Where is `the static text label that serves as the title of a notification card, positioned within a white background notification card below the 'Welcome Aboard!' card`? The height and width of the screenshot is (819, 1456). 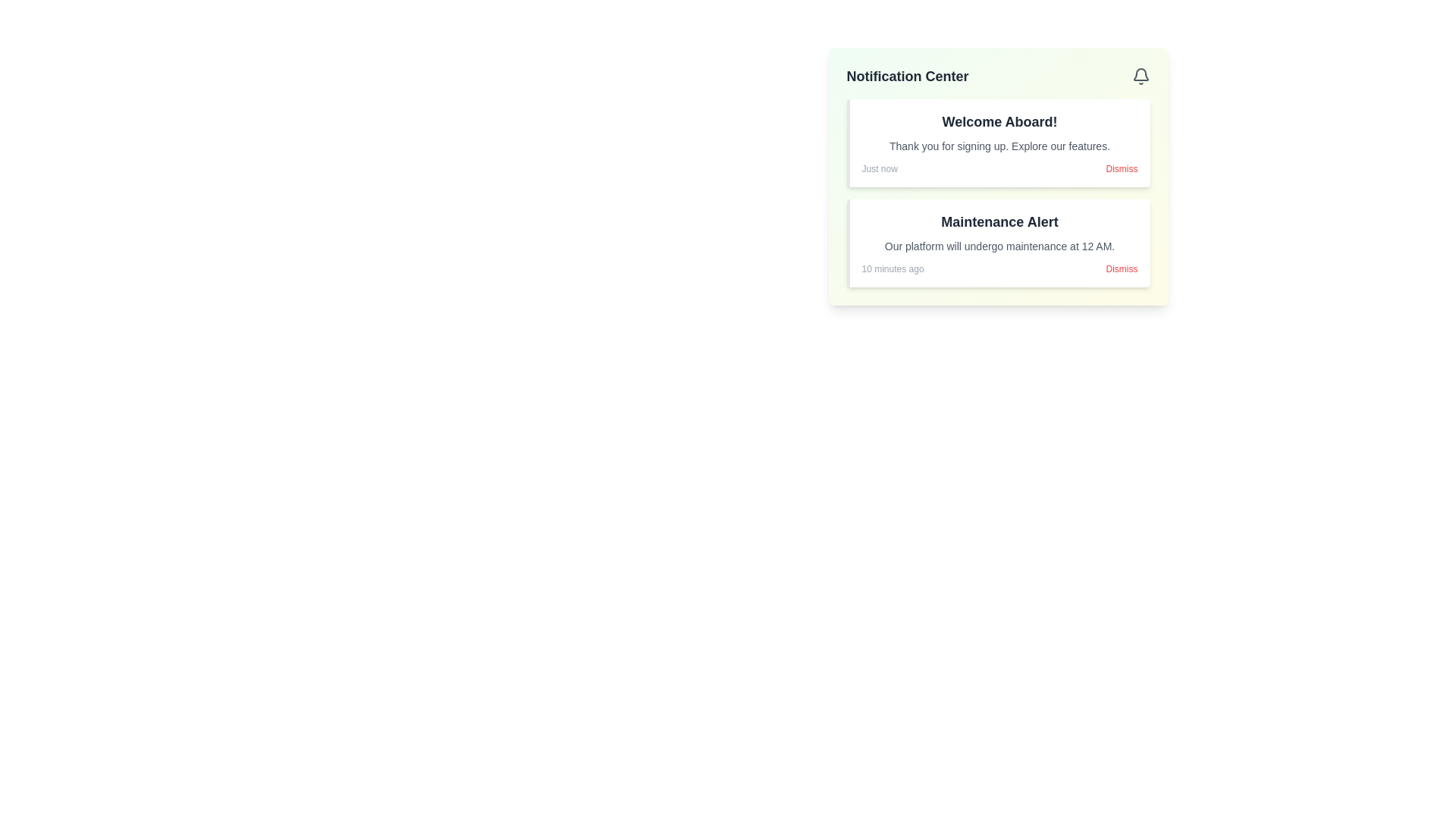 the static text label that serves as the title of a notification card, positioned within a white background notification card below the 'Welcome Aboard!' card is located at coordinates (999, 222).